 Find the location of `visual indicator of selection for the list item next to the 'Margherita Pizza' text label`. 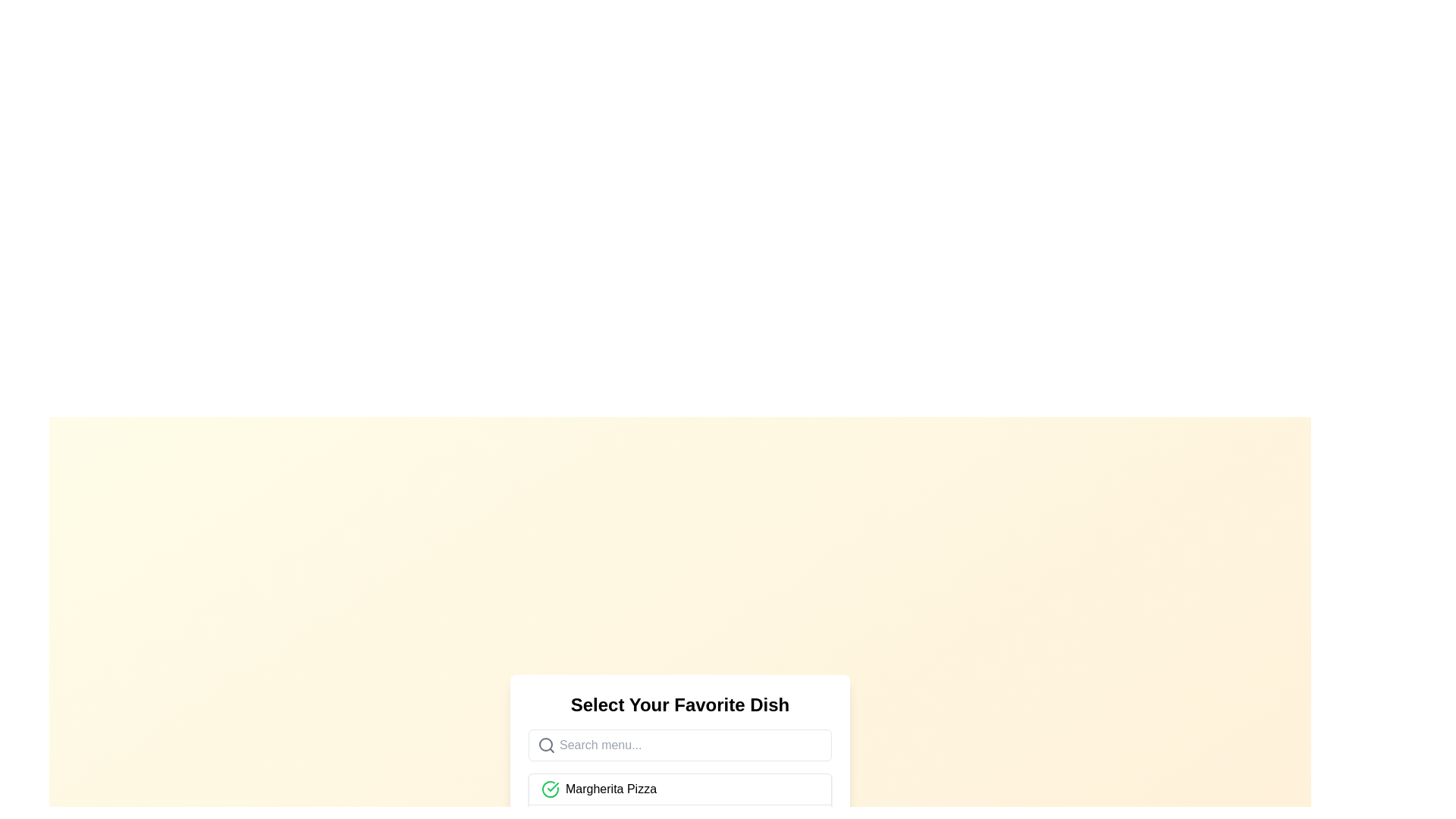

visual indicator of selection for the list item next to the 'Margherita Pizza' text label is located at coordinates (549, 788).